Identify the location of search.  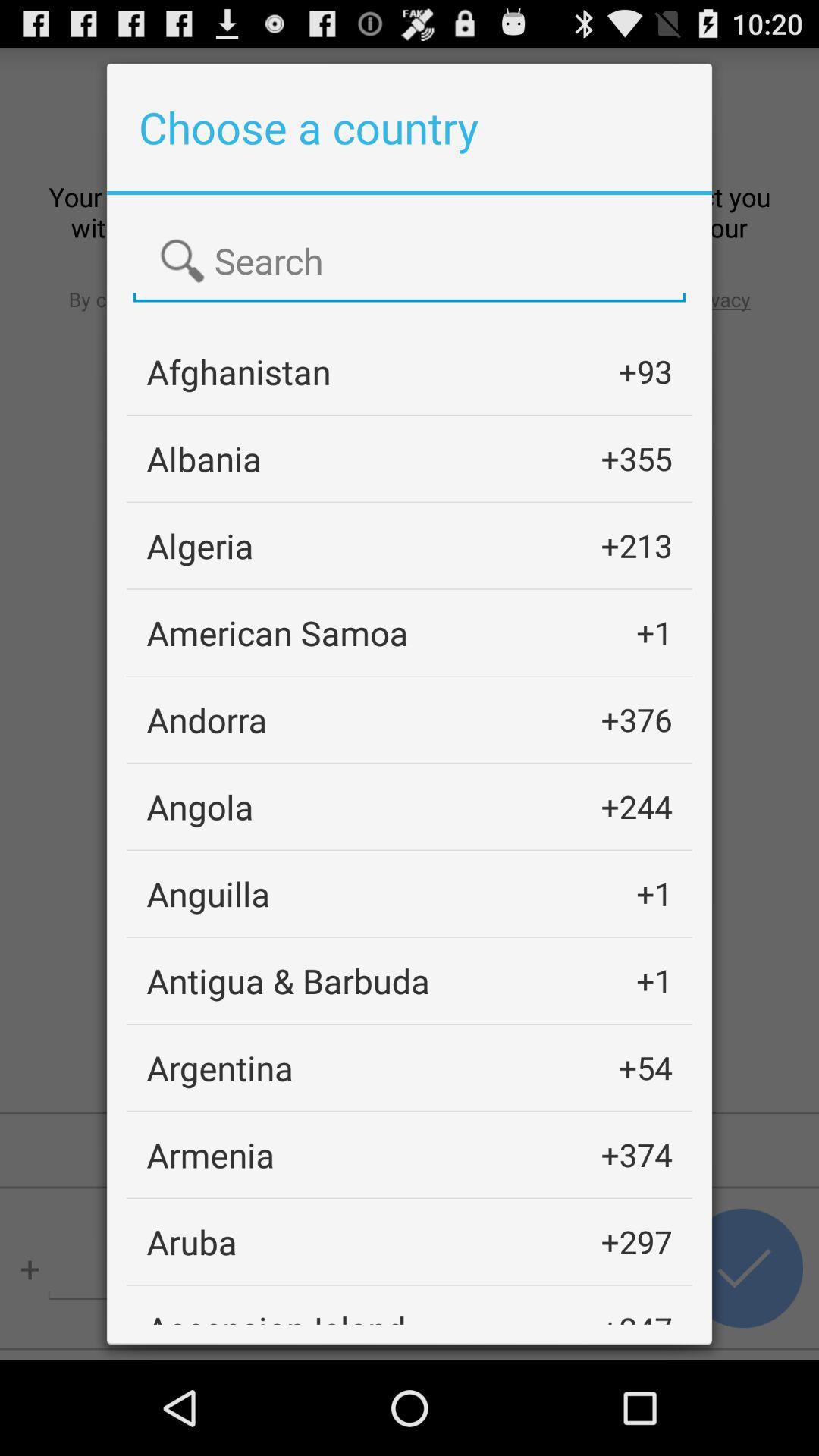
(409, 262).